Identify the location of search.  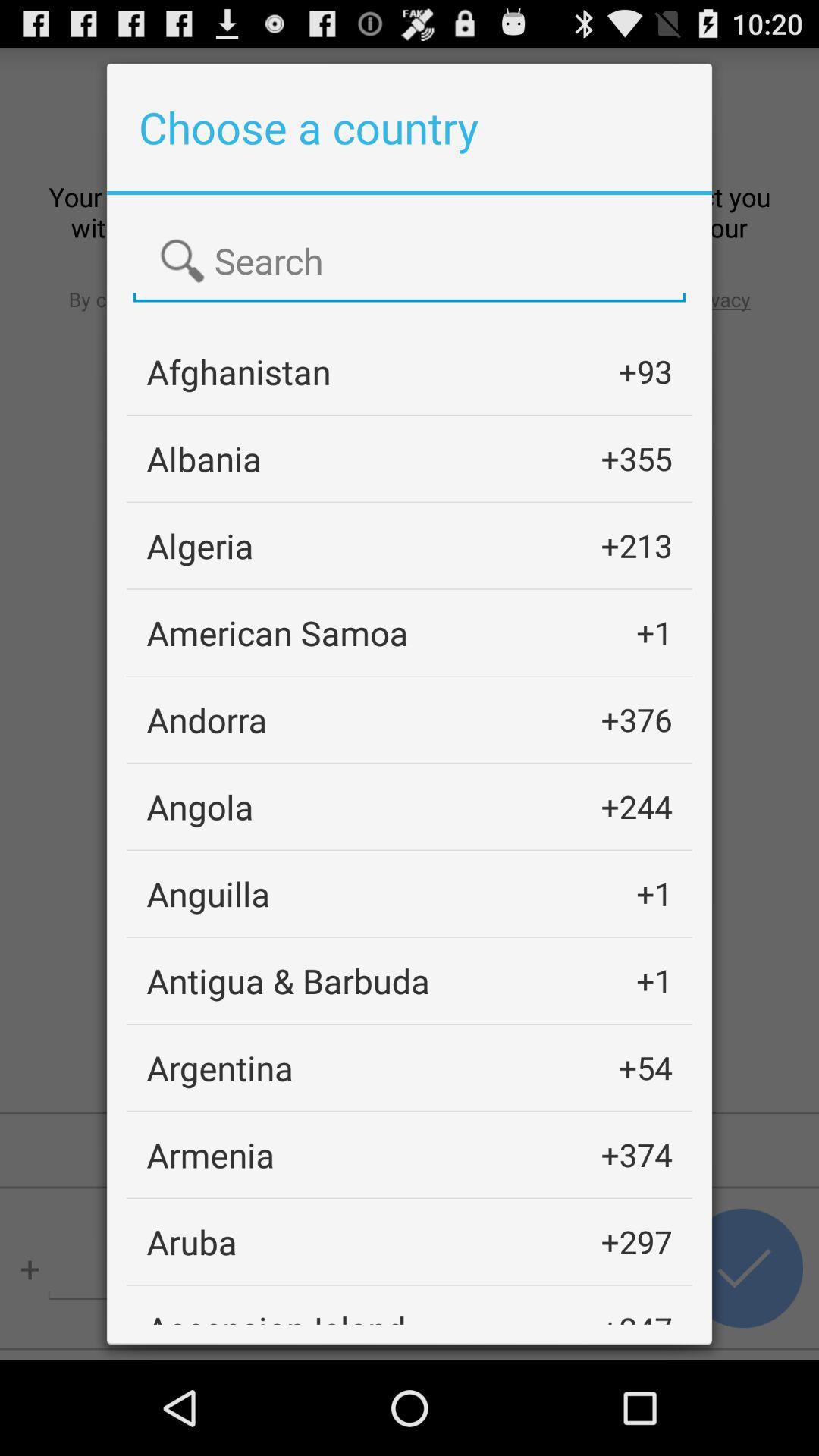
(409, 262).